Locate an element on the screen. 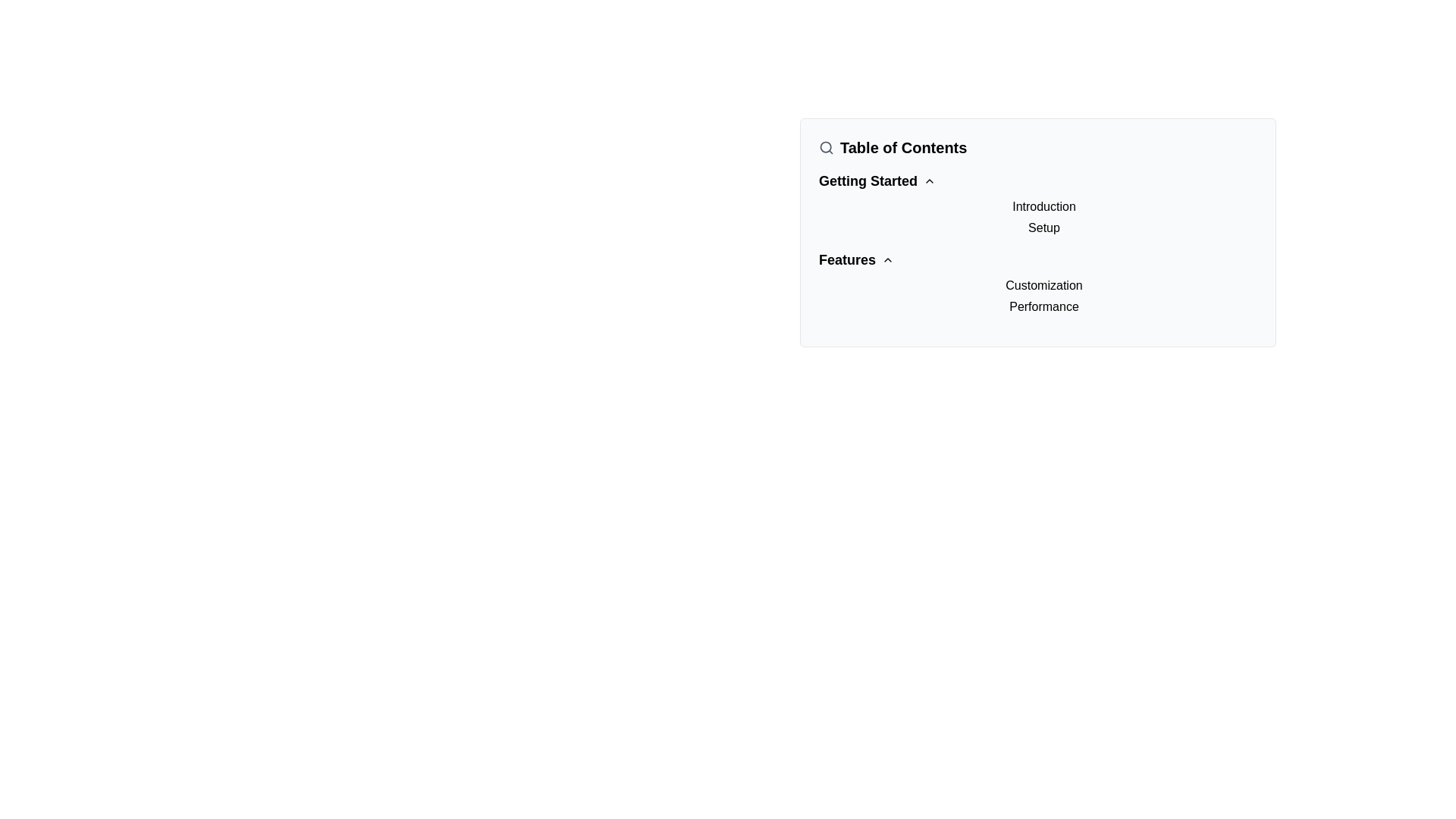 Image resolution: width=1456 pixels, height=819 pixels. the magnifying glass icon, which is dark gray and located to the left of the 'Table of Contents' text is located at coordinates (825, 148).